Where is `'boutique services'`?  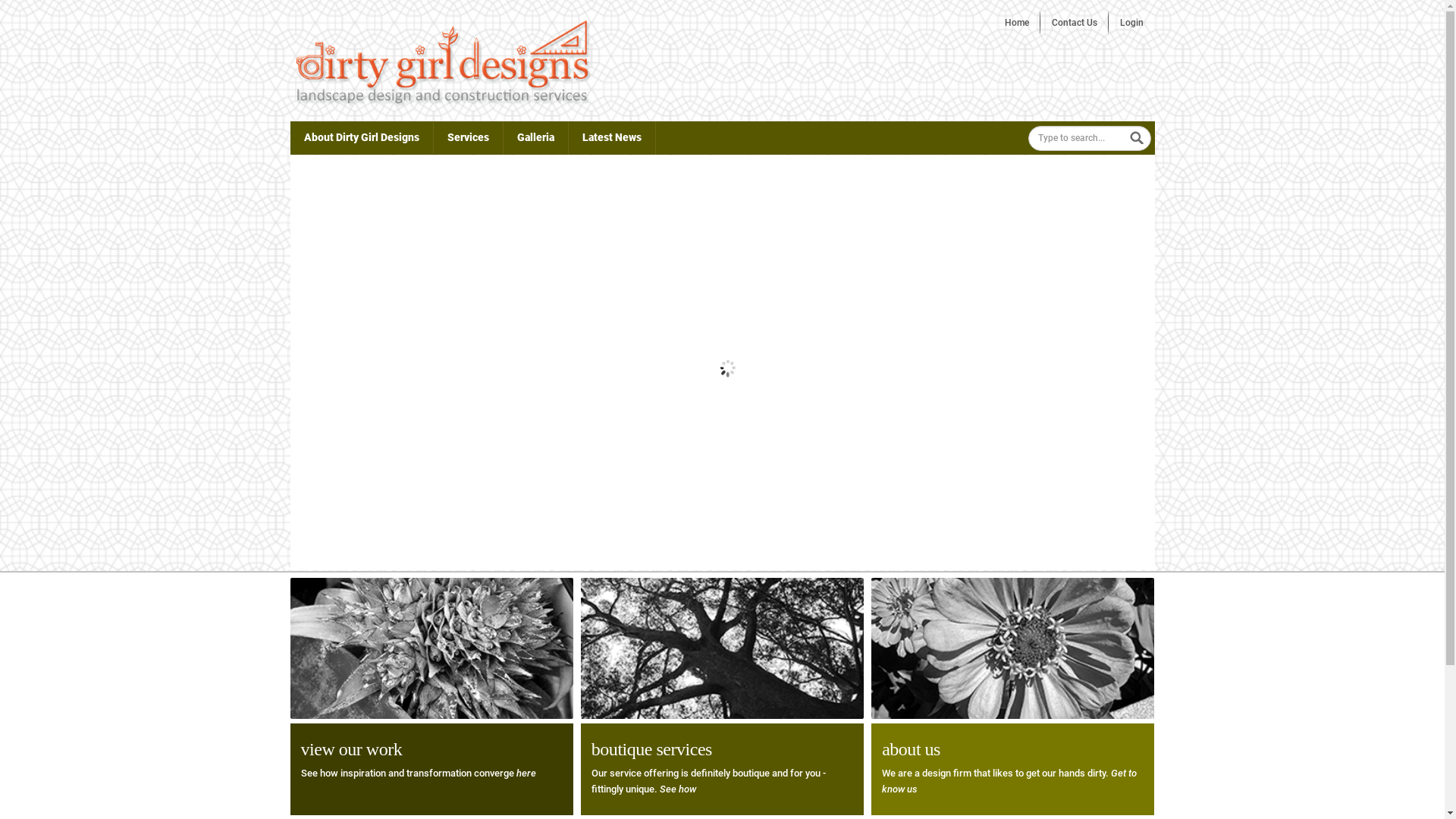 'boutique services' is located at coordinates (651, 748).